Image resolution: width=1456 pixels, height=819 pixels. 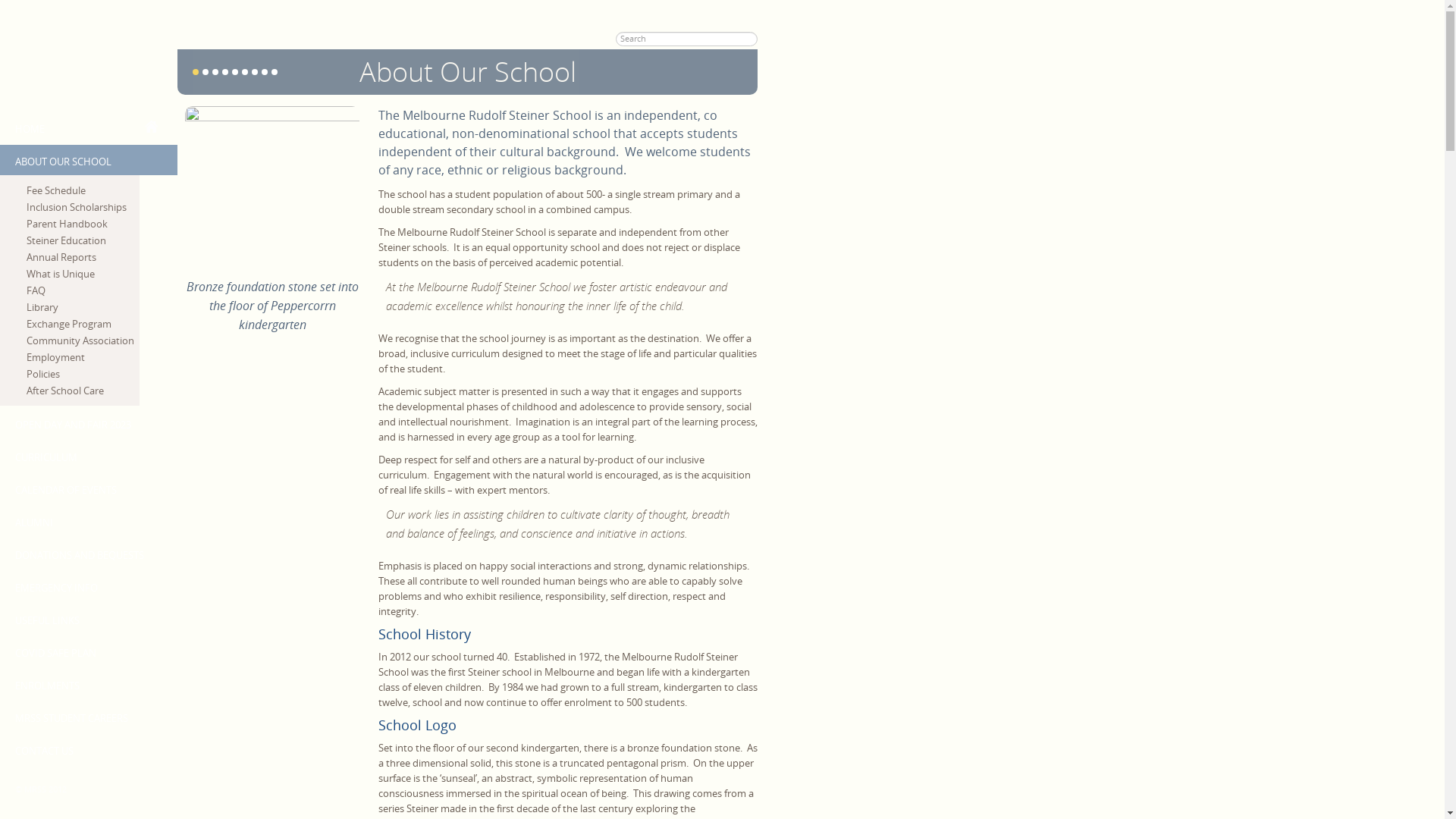 What do you see at coordinates (26, 390) in the screenshot?
I see `'After School Care'` at bounding box center [26, 390].